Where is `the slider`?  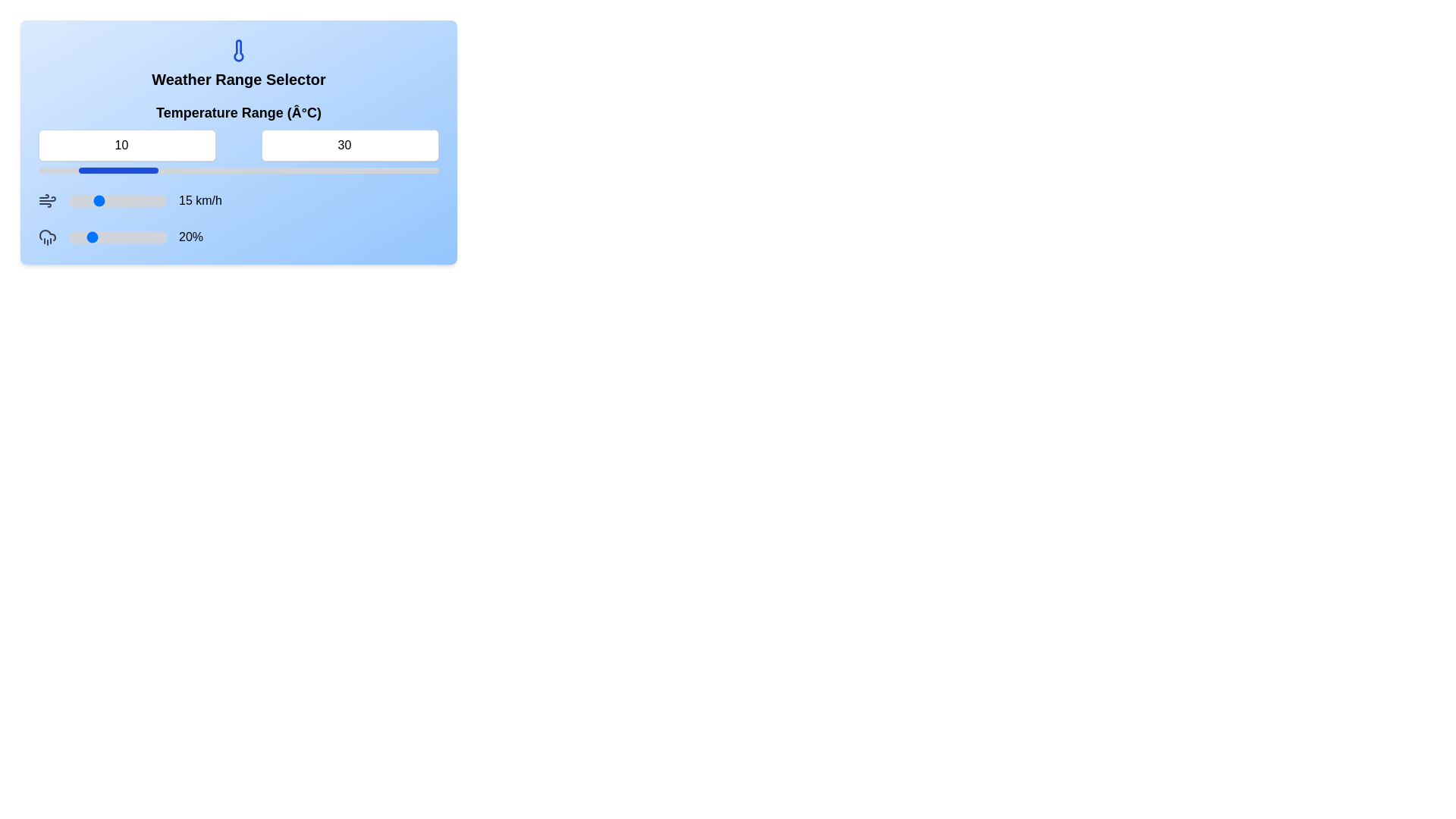 the slider is located at coordinates (72, 237).